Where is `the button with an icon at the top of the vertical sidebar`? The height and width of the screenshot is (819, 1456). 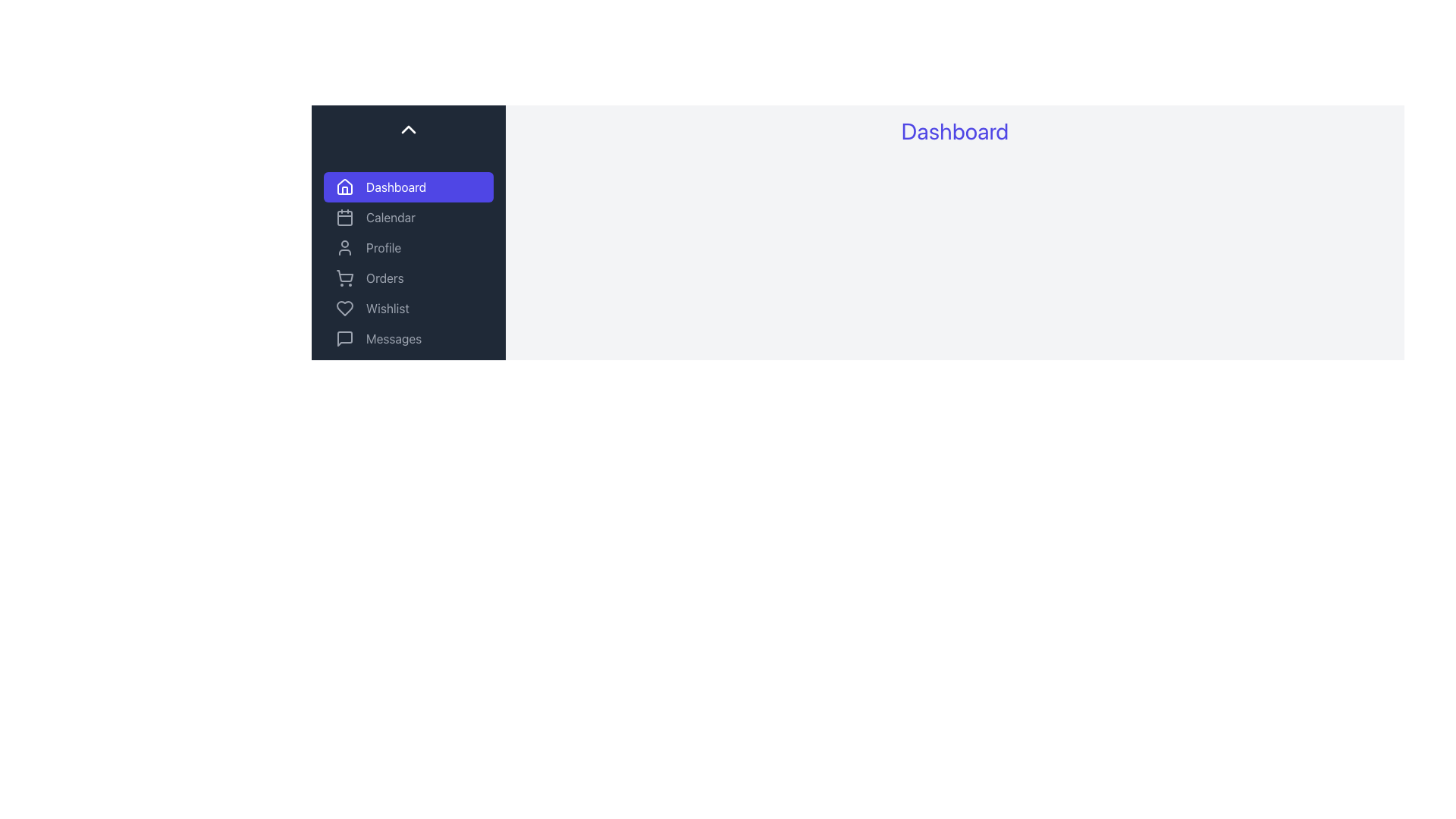 the button with an icon at the top of the vertical sidebar is located at coordinates (408, 128).